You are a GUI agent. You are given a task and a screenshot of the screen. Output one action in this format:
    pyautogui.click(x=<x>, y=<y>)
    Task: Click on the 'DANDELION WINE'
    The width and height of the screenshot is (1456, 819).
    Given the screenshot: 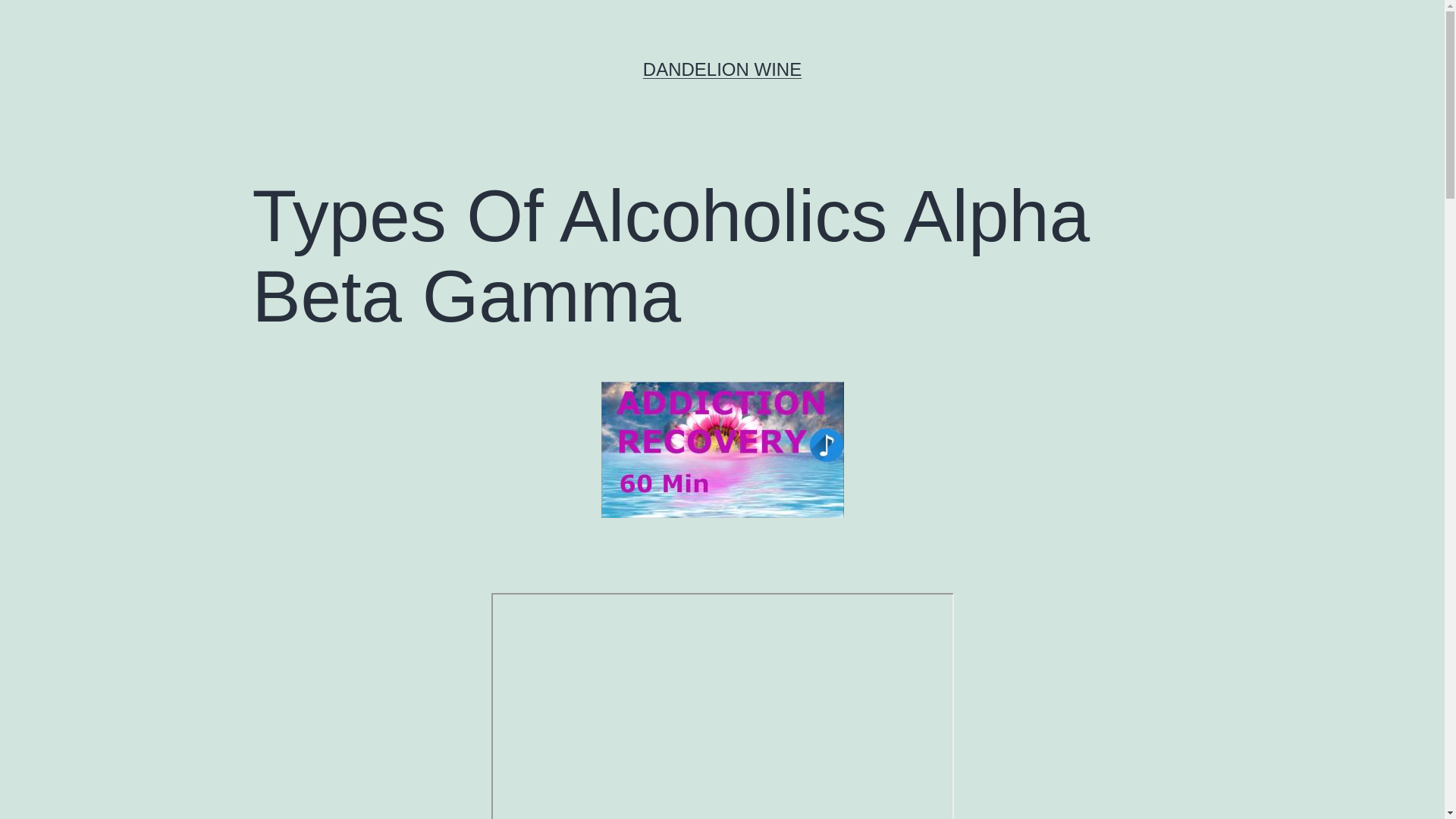 What is the action you would take?
    pyautogui.click(x=643, y=69)
    